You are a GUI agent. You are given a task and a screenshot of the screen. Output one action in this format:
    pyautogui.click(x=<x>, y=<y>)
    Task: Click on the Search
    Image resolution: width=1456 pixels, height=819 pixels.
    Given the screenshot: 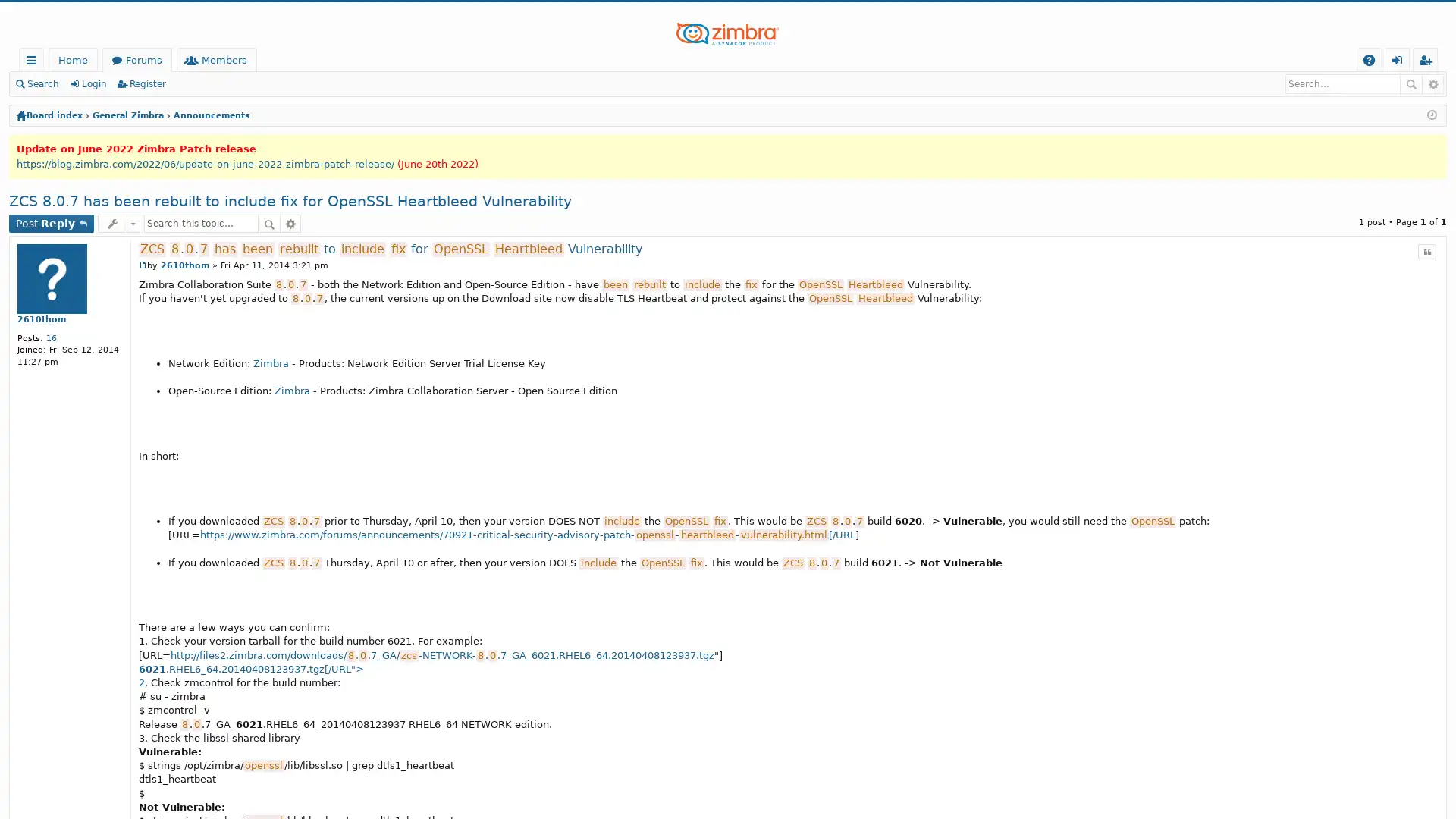 What is the action you would take?
    pyautogui.click(x=269, y=222)
    